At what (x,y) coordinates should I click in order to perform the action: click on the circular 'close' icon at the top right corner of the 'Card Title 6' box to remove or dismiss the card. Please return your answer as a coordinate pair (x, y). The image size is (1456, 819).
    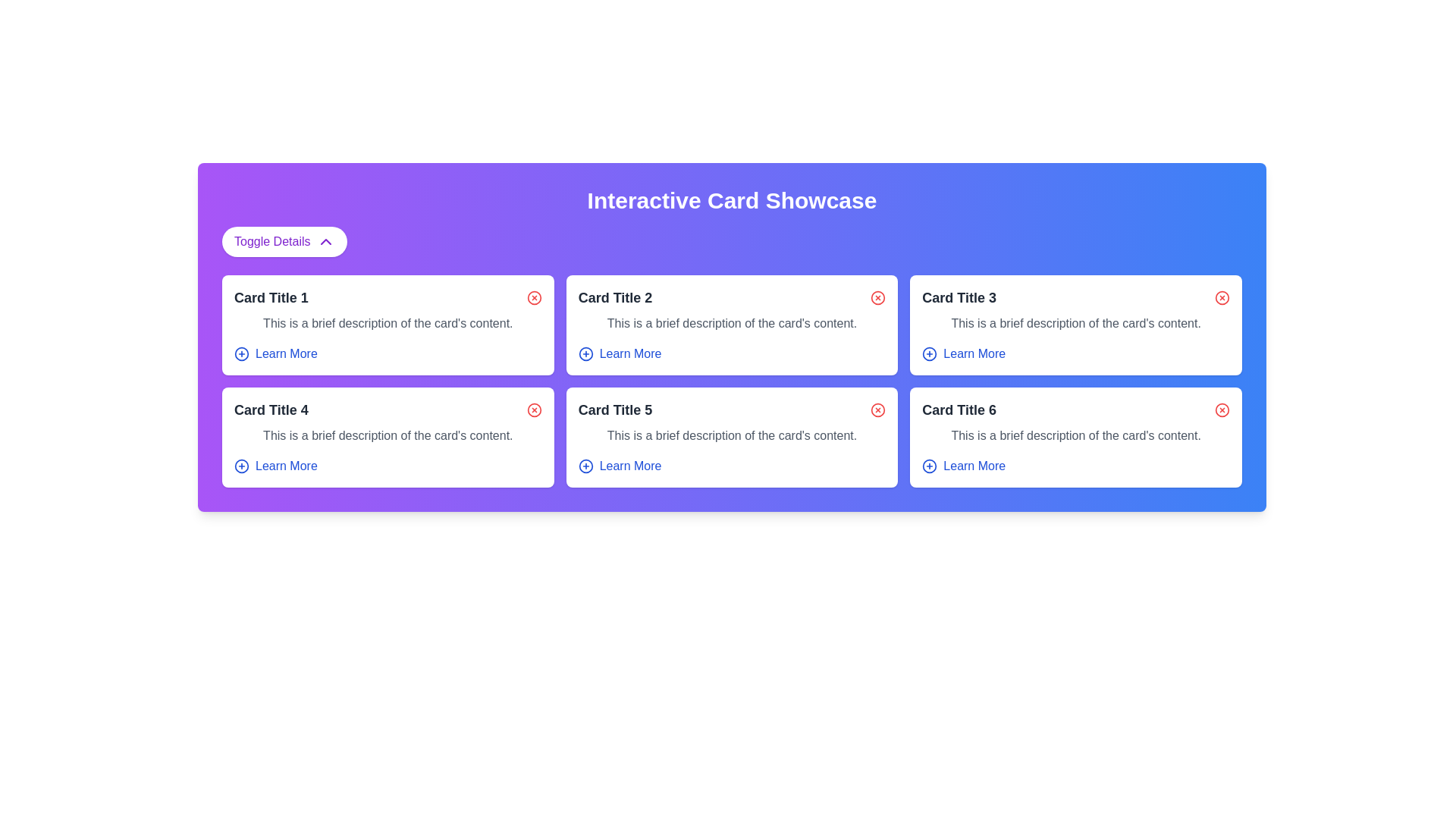
    Looking at the image, I should click on (1222, 409).